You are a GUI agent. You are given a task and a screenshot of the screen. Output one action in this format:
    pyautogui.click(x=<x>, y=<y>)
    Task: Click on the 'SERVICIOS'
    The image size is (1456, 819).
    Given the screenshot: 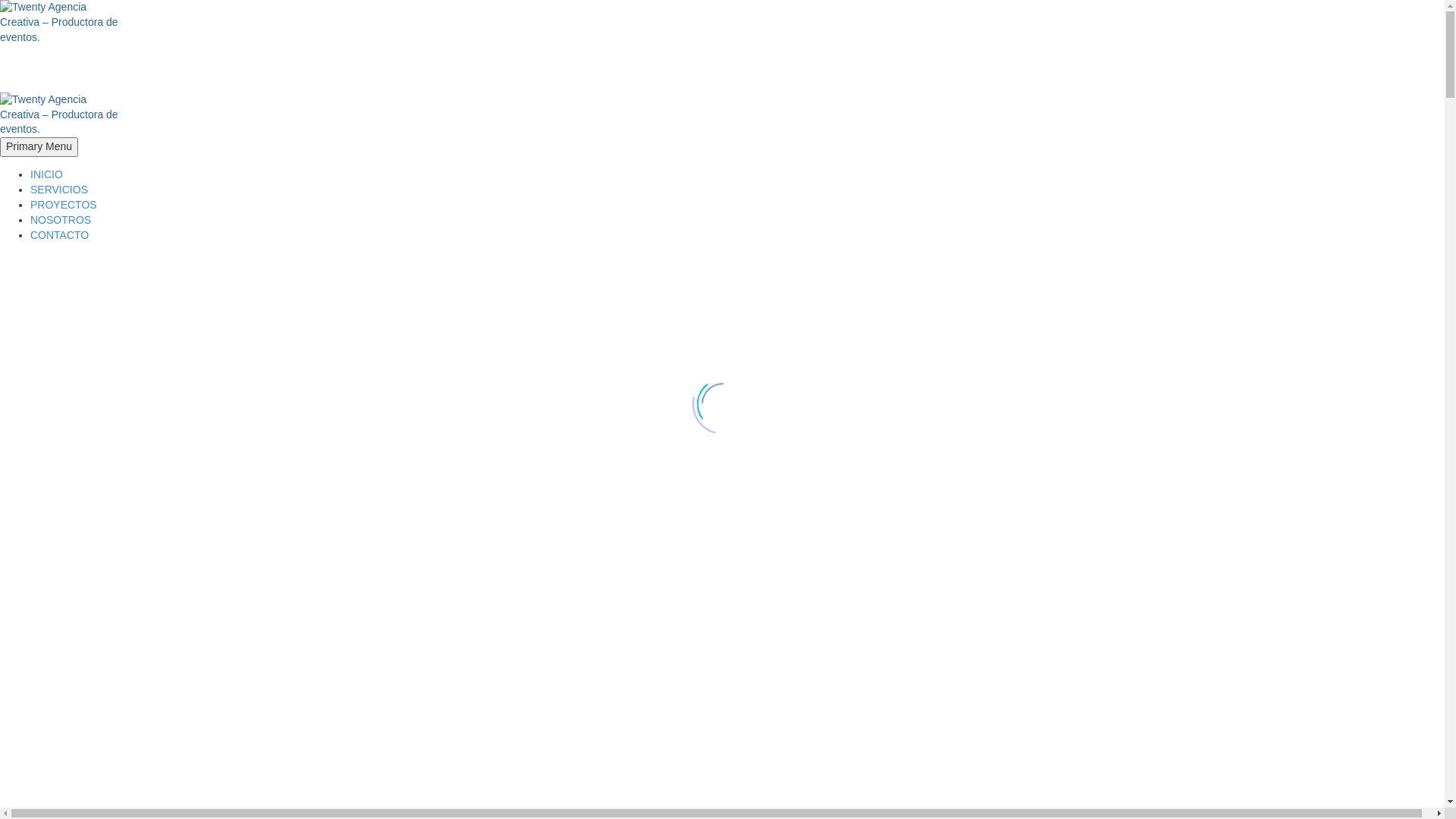 What is the action you would take?
    pyautogui.click(x=58, y=189)
    